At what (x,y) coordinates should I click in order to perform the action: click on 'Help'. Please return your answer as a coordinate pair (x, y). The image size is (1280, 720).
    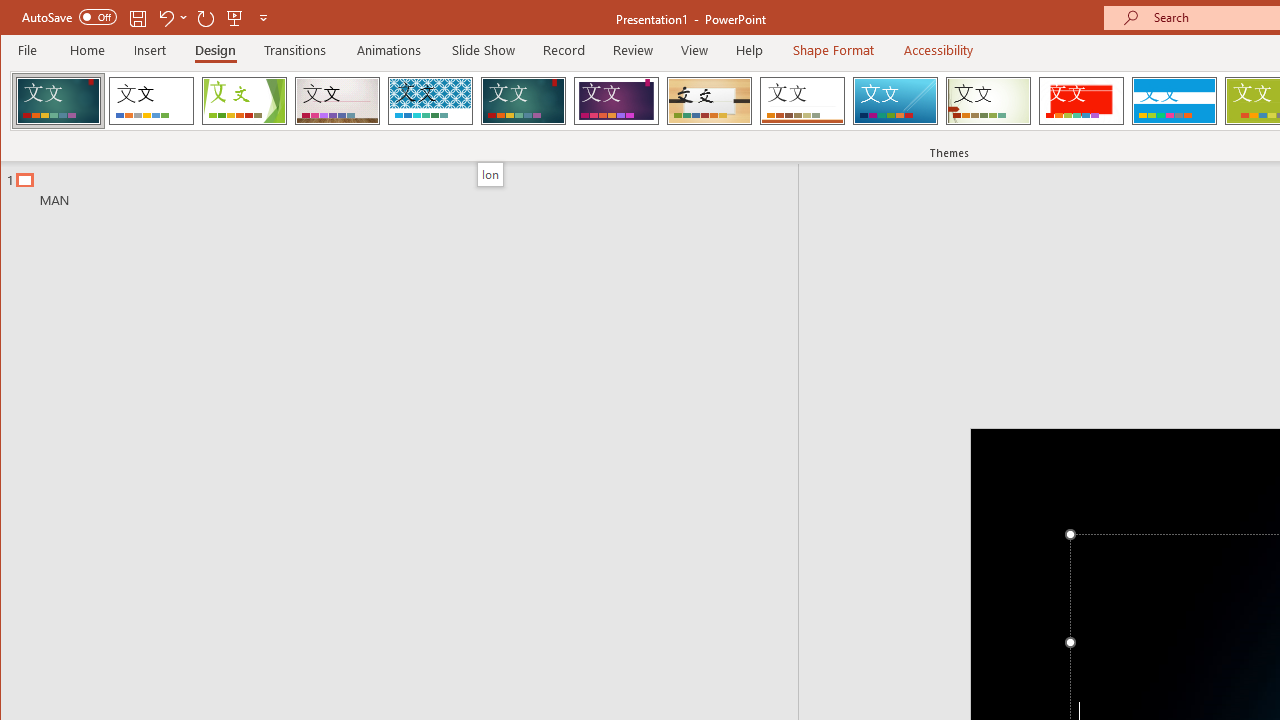
    Looking at the image, I should click on (749, 49).